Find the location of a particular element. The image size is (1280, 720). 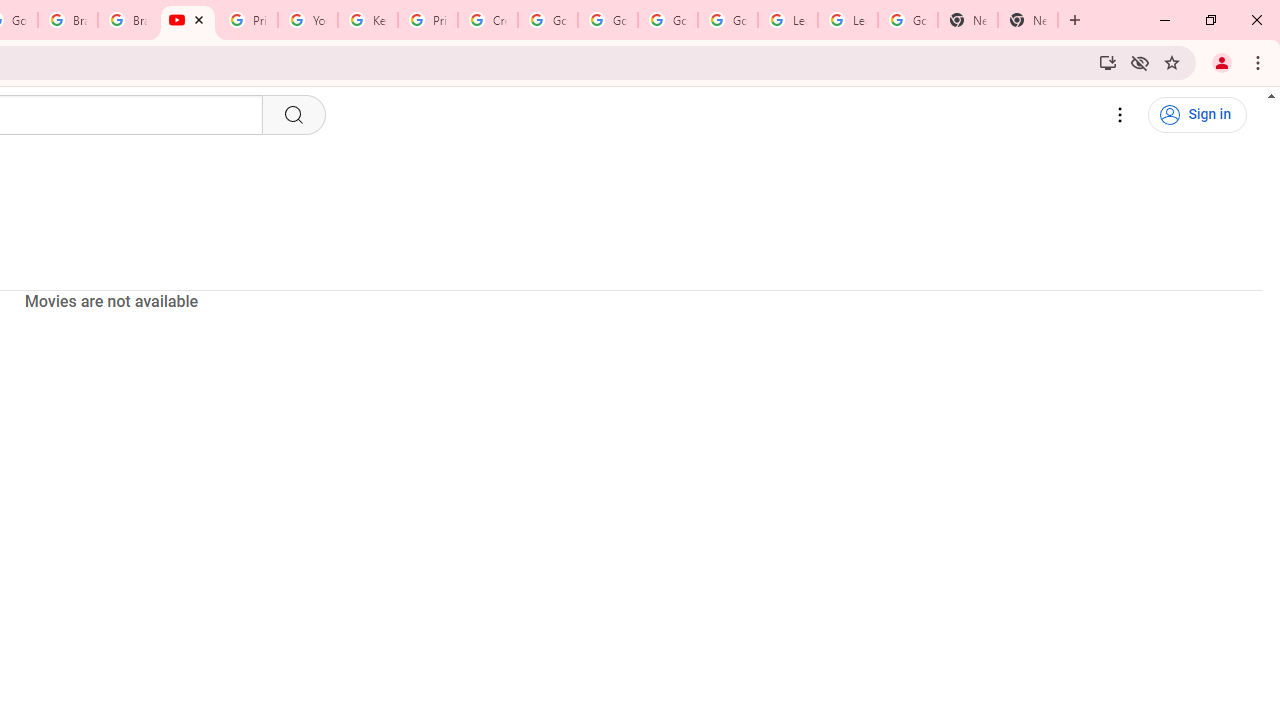

'New Tab' is located at coordinates (968, 20).